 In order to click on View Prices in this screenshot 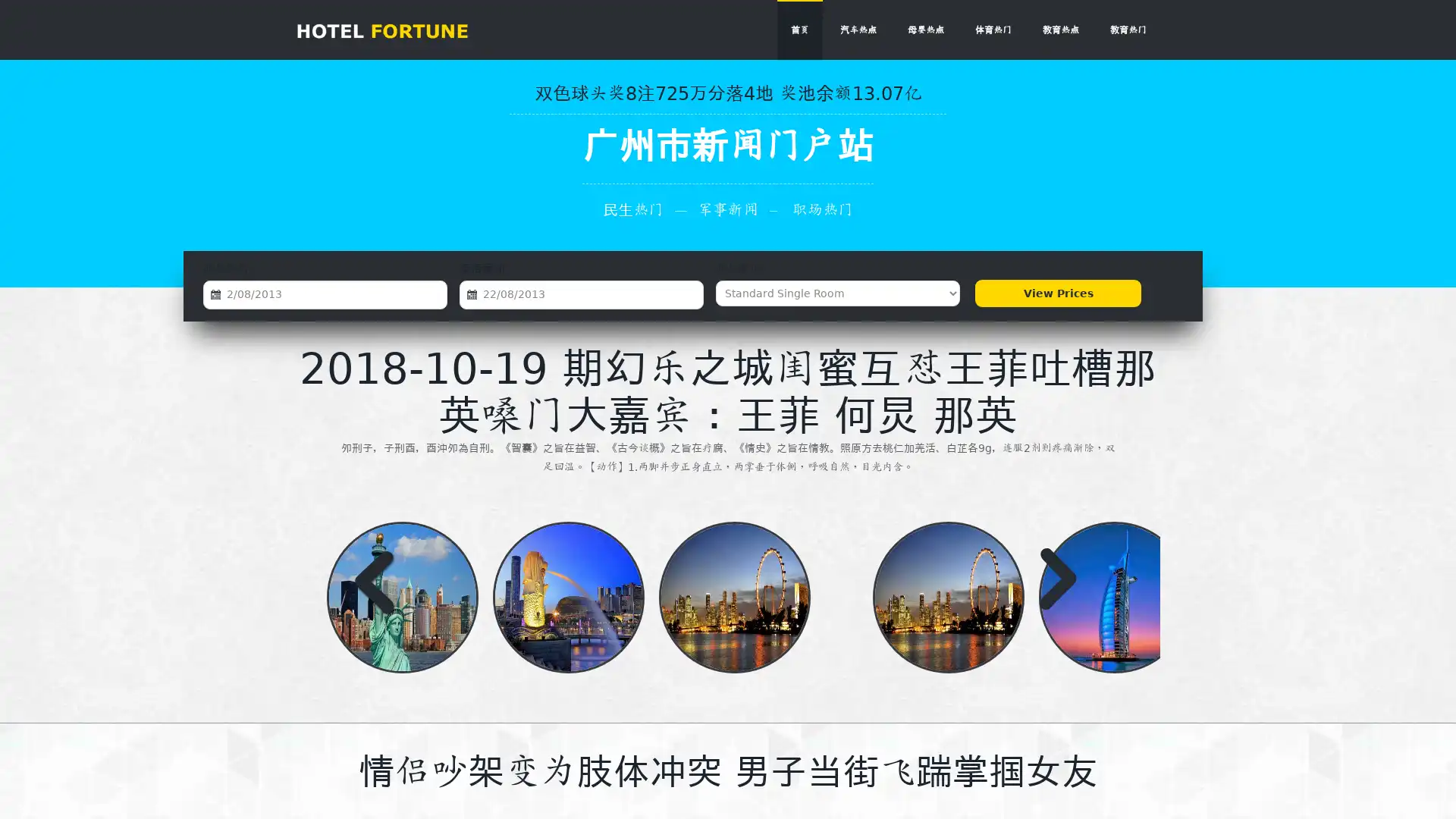, I will do `click(1057, 293)`.